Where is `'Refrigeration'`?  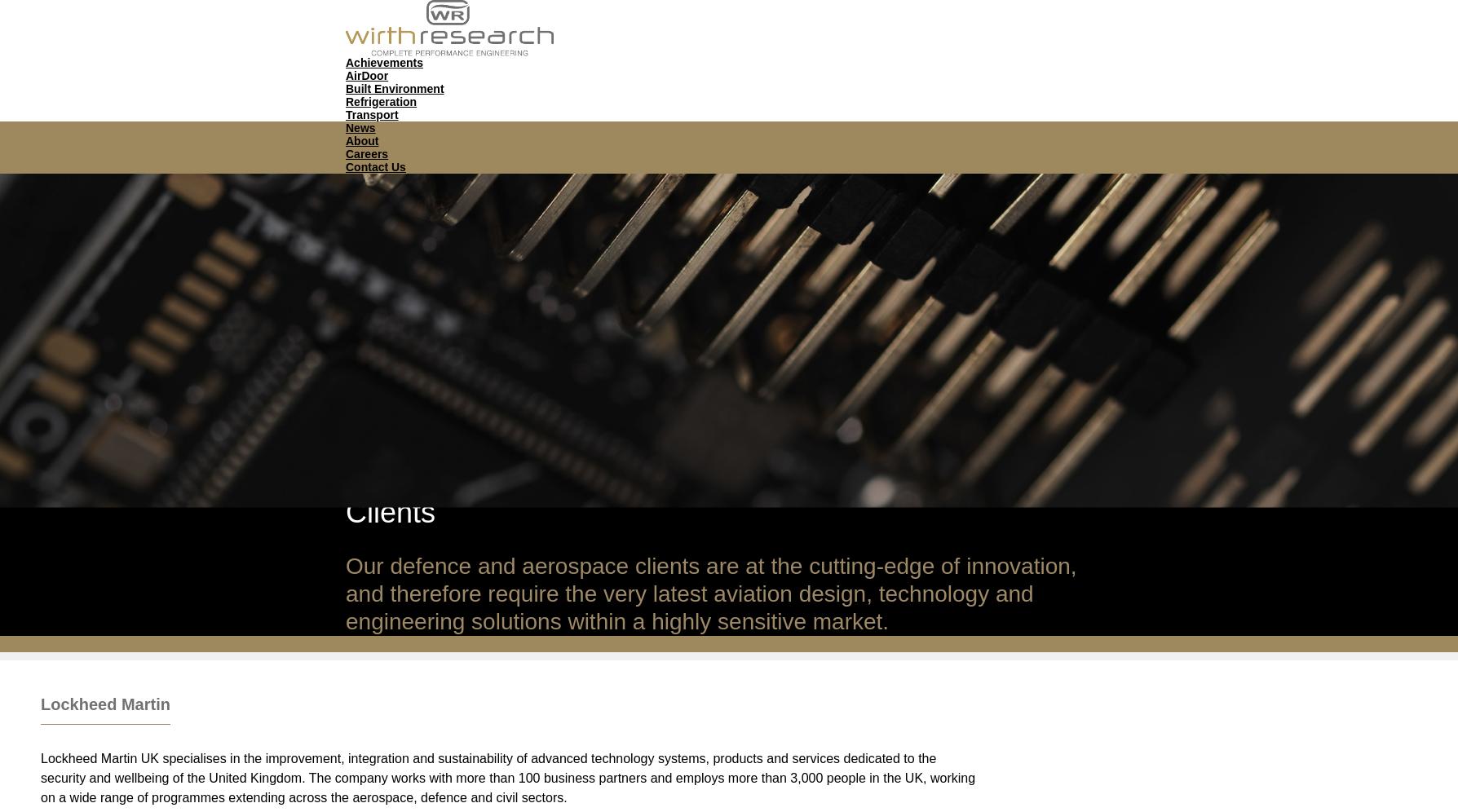 'Refrigeration' is located at coordinates (381, 101).